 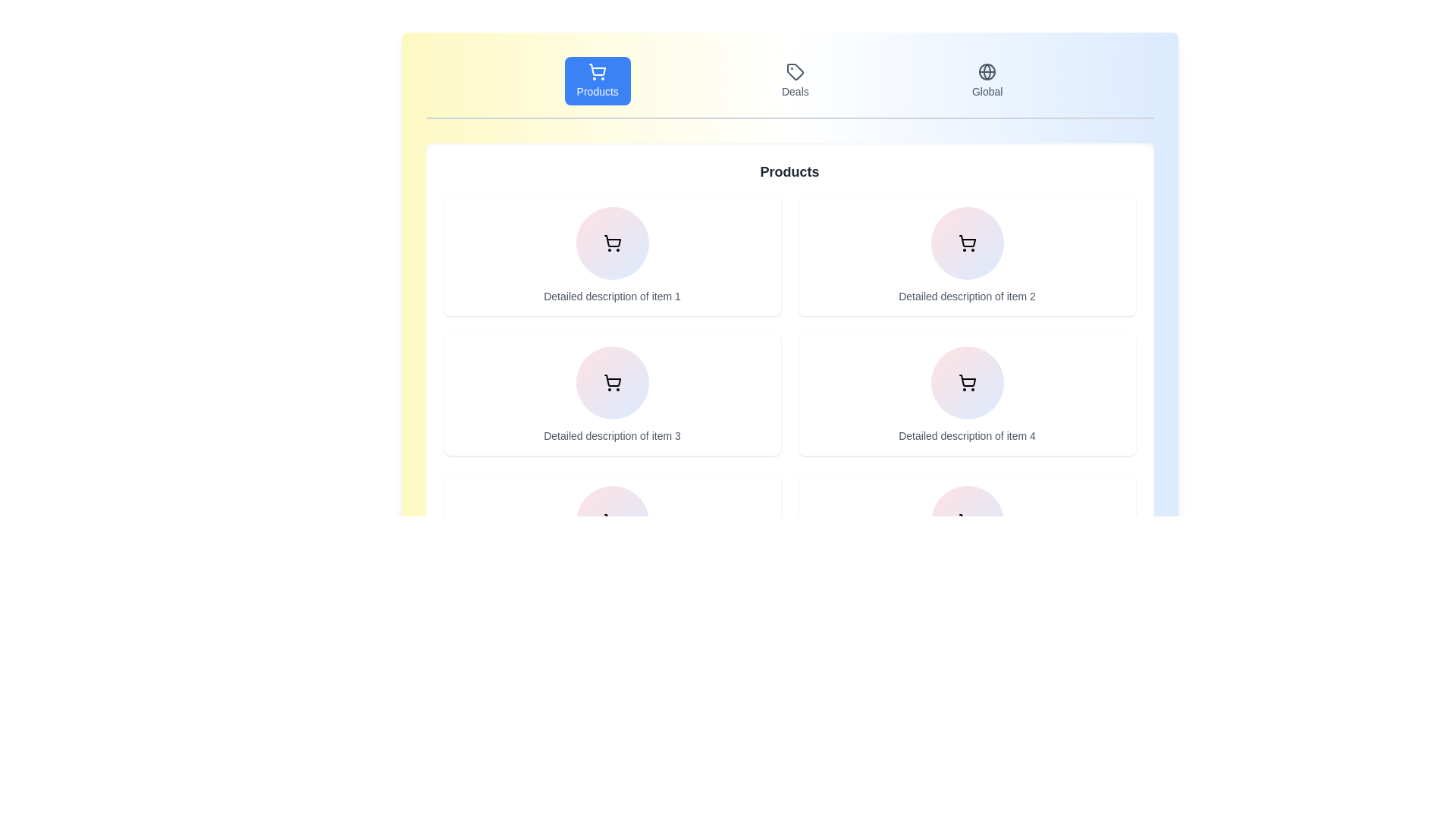 I want to click on the Deals tab by clicking on the corresponding button, so click(x=794, y=81).